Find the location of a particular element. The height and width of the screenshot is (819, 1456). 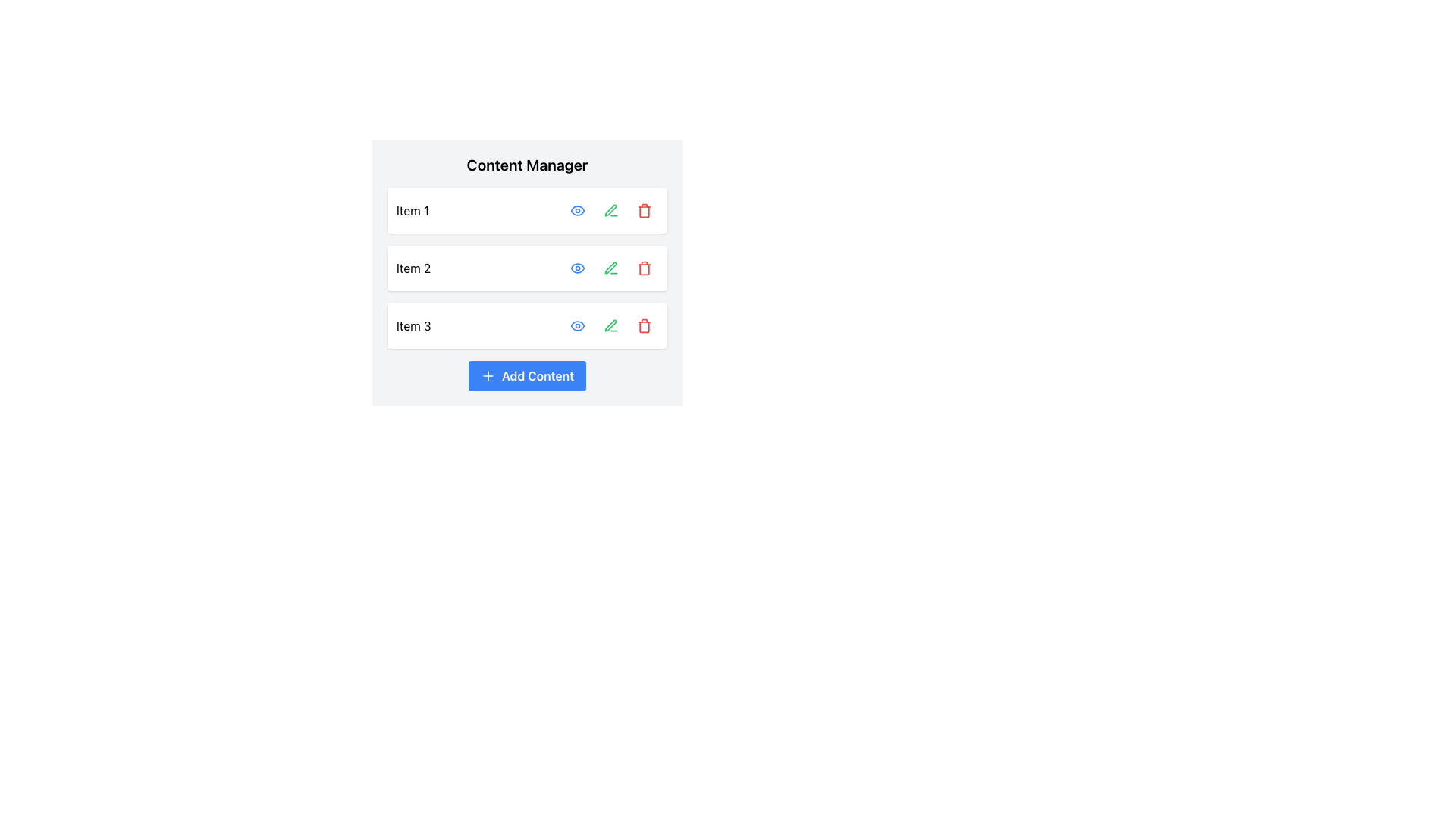

the eye-shaped icon with a blue outline located in the last item box labeled 'Item 3' is located at coordinates (577, 325).